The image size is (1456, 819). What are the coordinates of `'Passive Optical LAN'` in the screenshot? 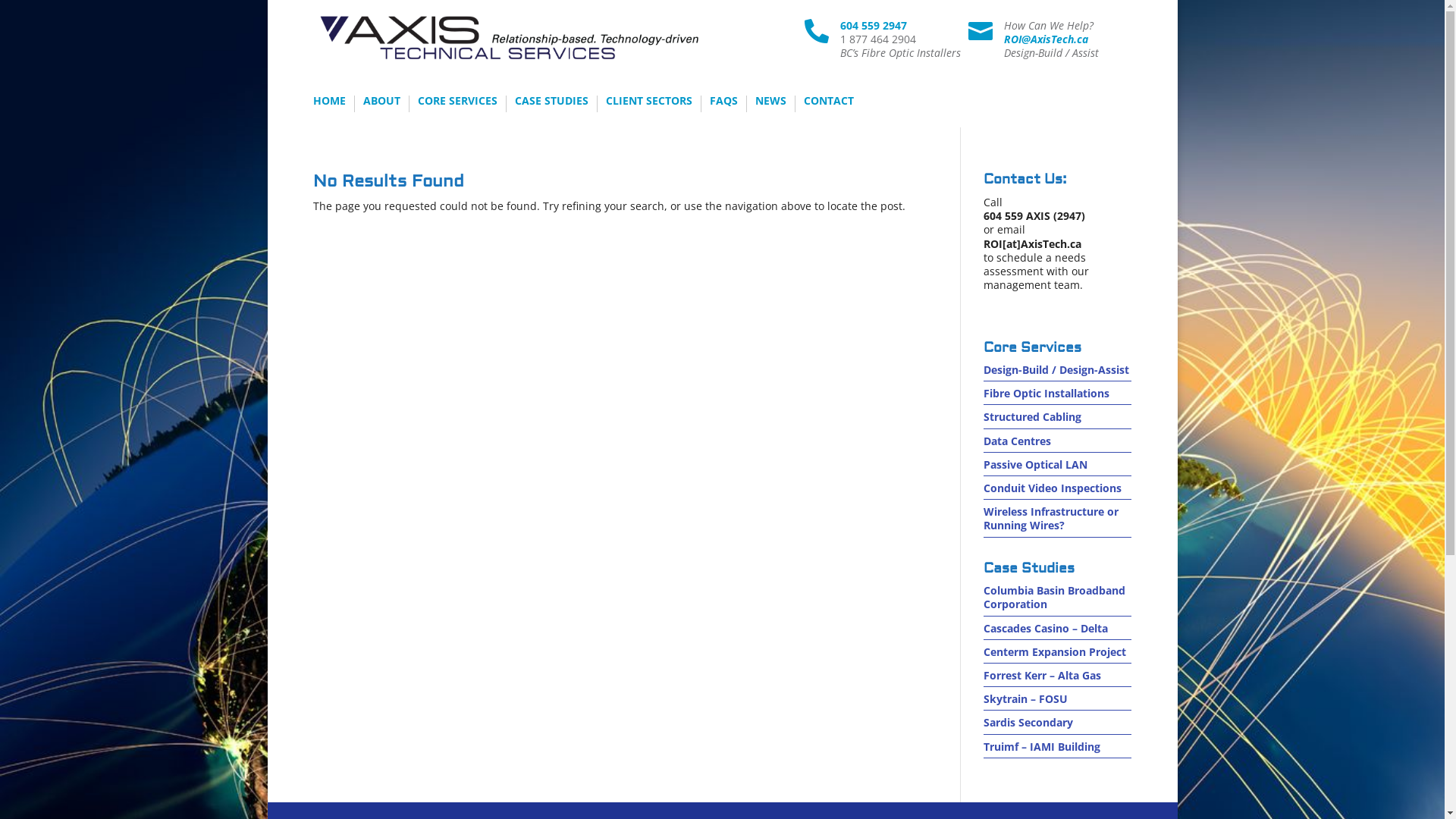 It's located at (1034, 463).